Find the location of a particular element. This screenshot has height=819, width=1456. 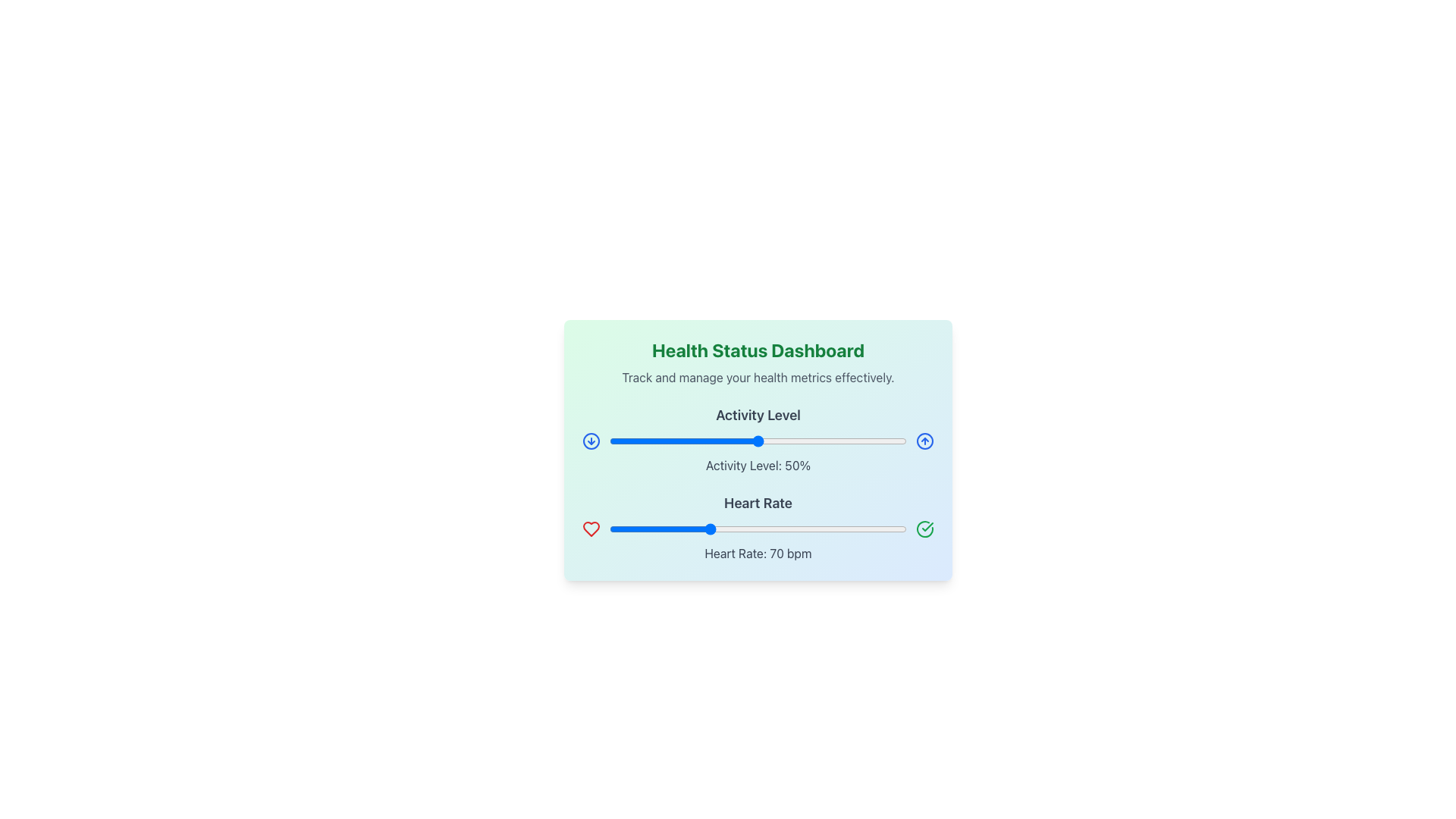

the activity level is located at coordinates (792, 441).